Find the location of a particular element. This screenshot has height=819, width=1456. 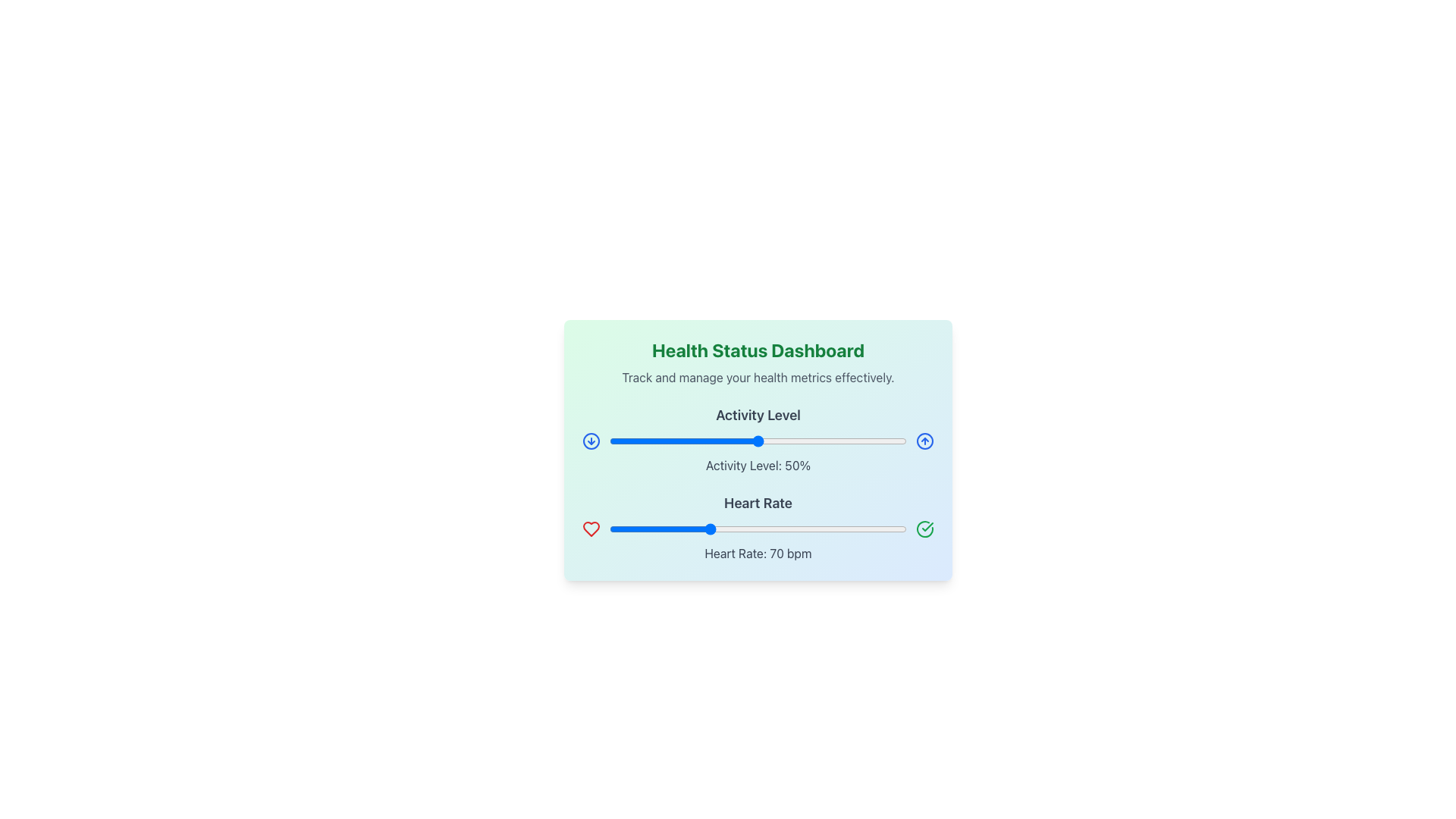

the activity level is located at coordinates (792, 441).